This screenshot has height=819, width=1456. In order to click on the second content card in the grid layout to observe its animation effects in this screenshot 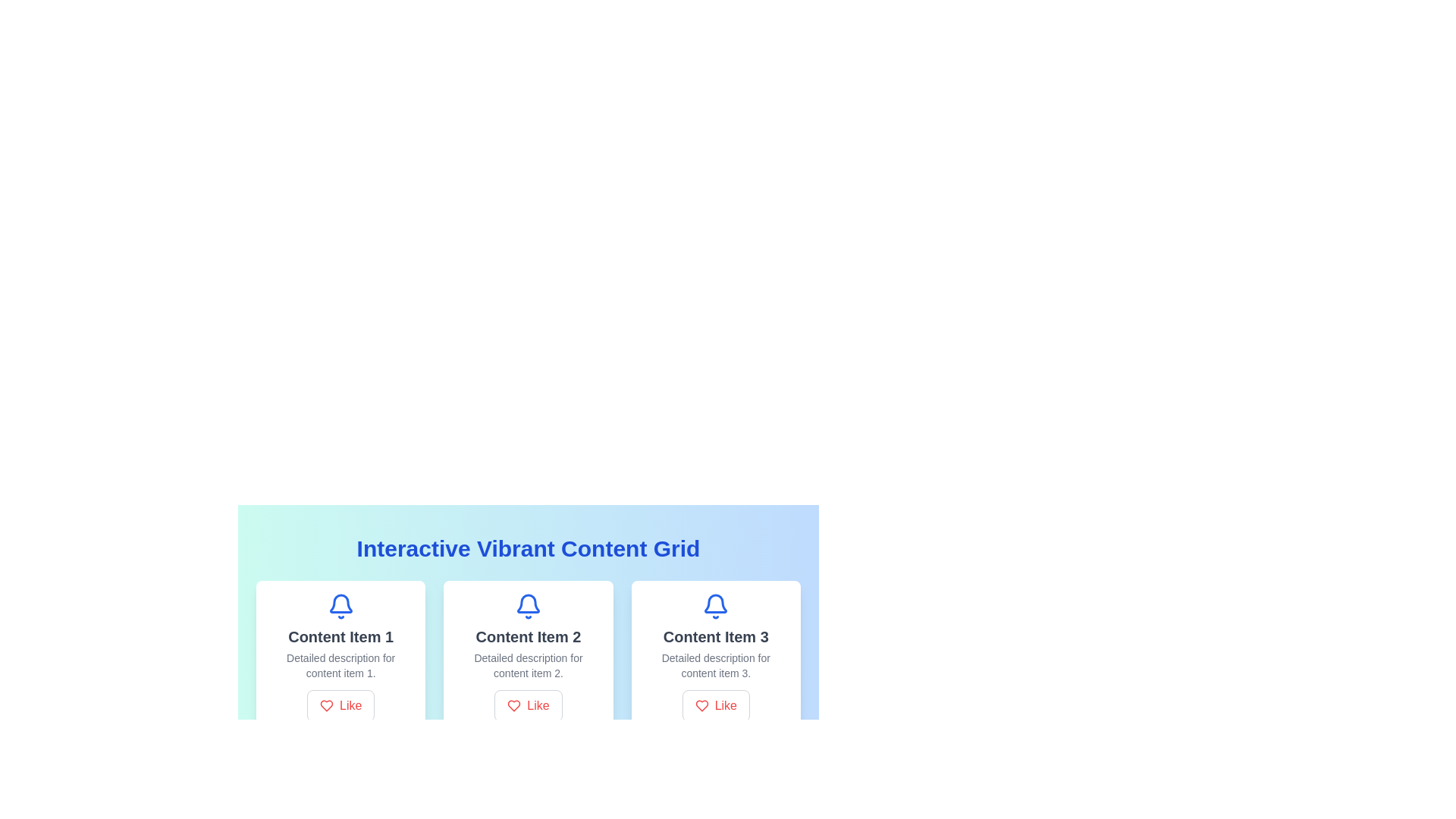, I will do `click(528, 657)`.